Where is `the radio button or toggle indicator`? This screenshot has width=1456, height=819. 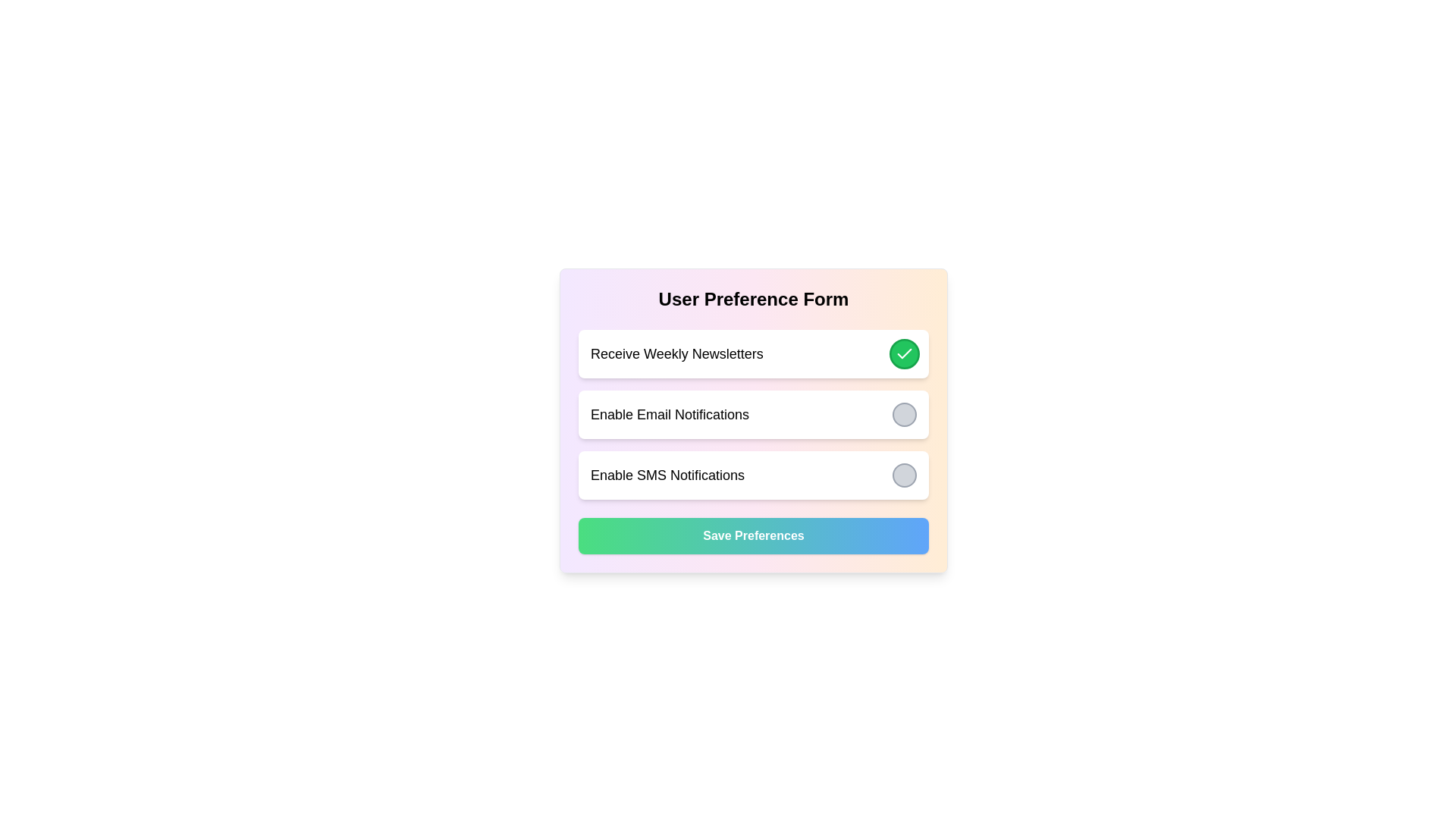 the radio button or toggle indicator is located at coordinates (905, 415).